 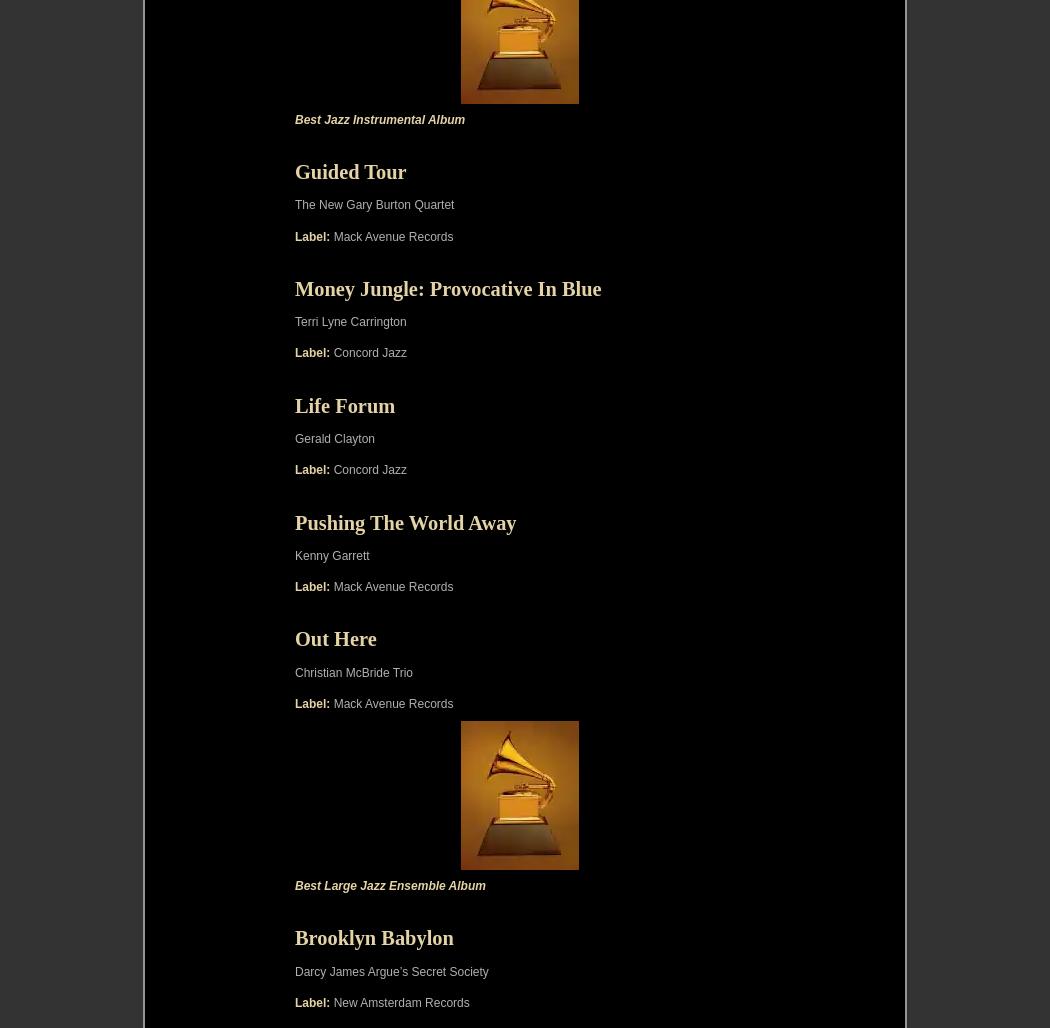 What do you see at coordinates (344, 405) in the screenshot?
I see `'Life Forum'` at bounding box center [344, 405].